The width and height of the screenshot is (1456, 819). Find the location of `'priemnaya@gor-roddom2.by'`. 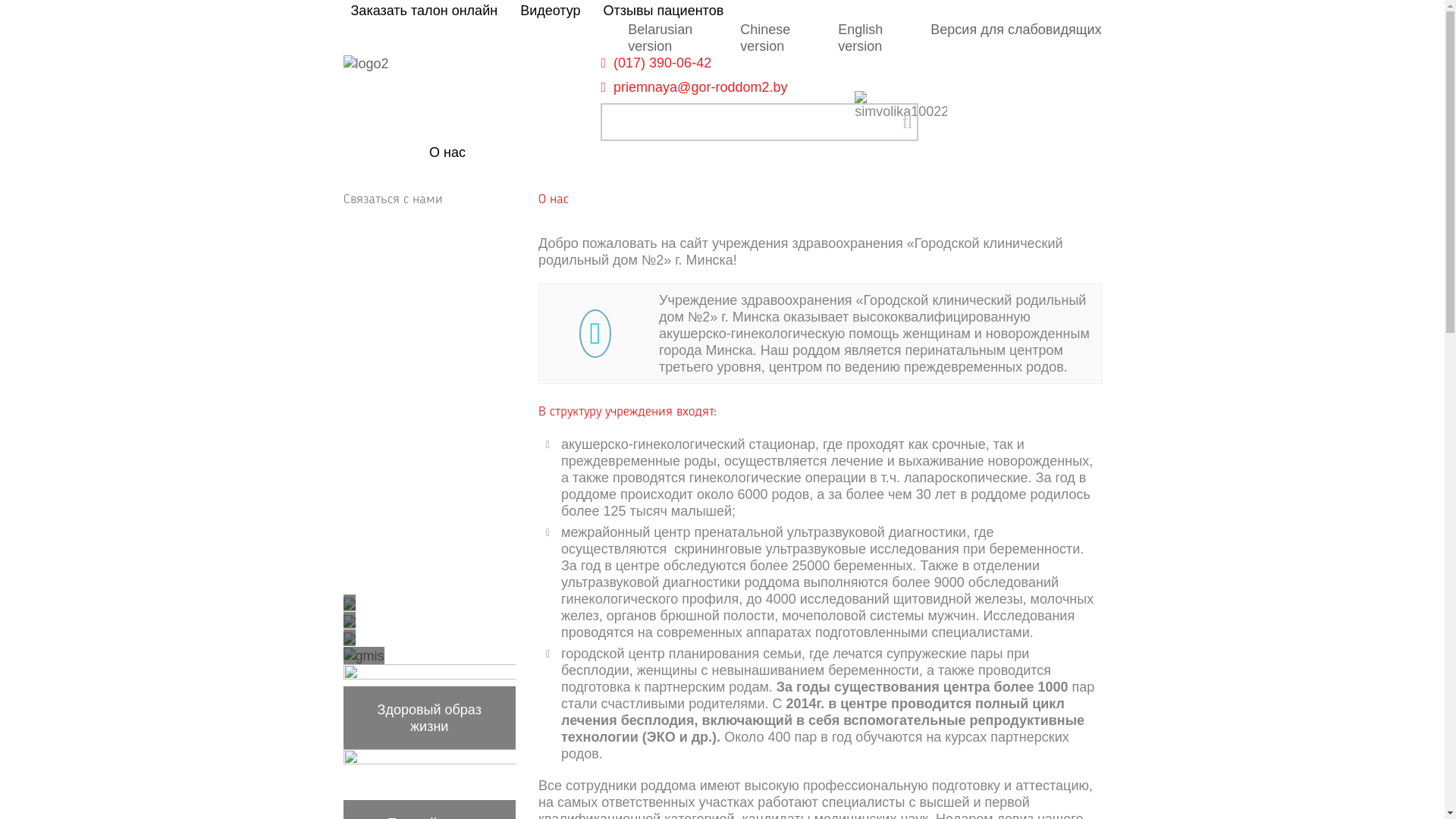

'priemnaya@gor-roddom2.by' is located at coordinates (699, 87).